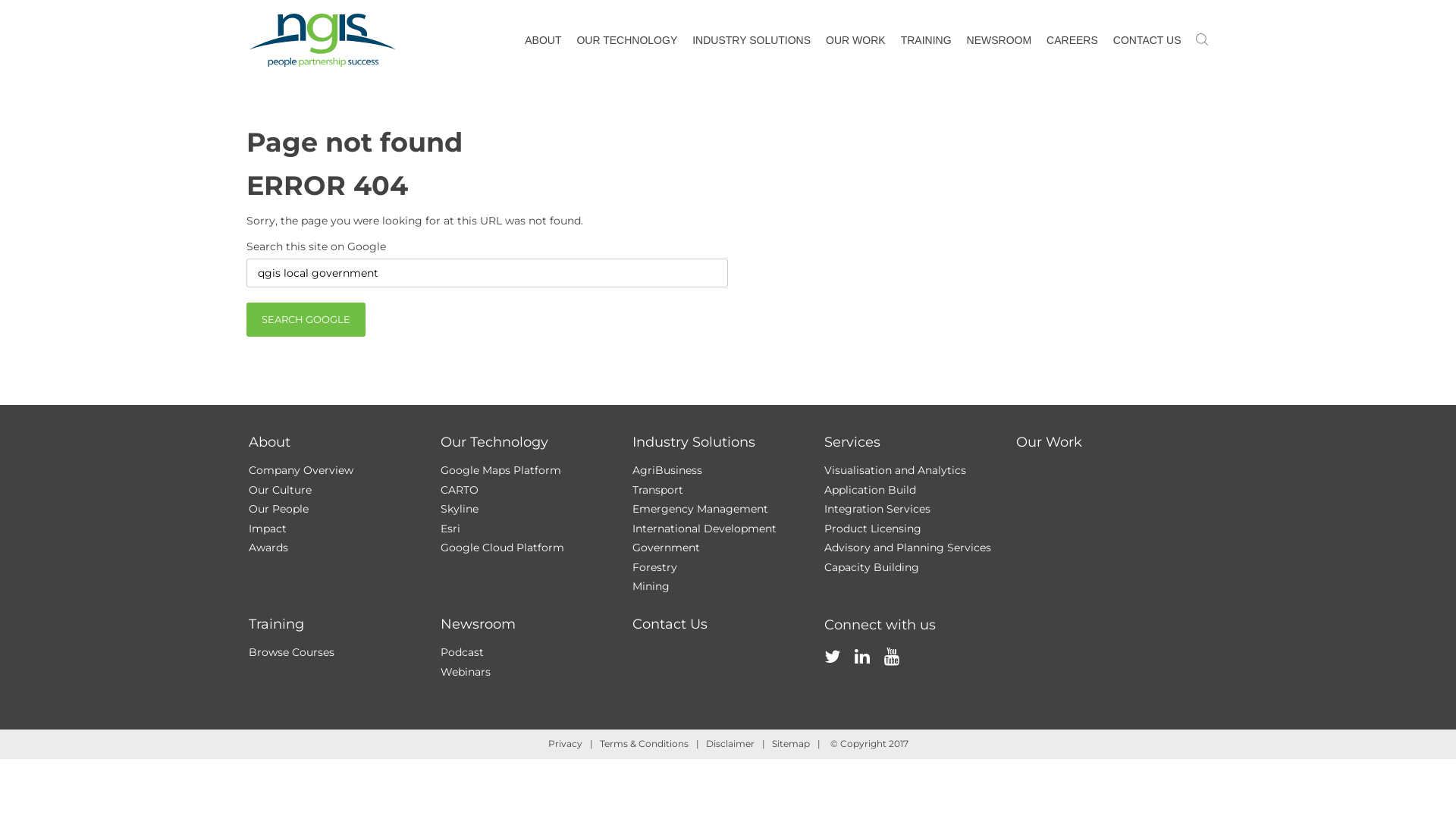 The width and height of the screenshot is (1456, 819). I want to click on 'CAREERS', so click(1072, 39).